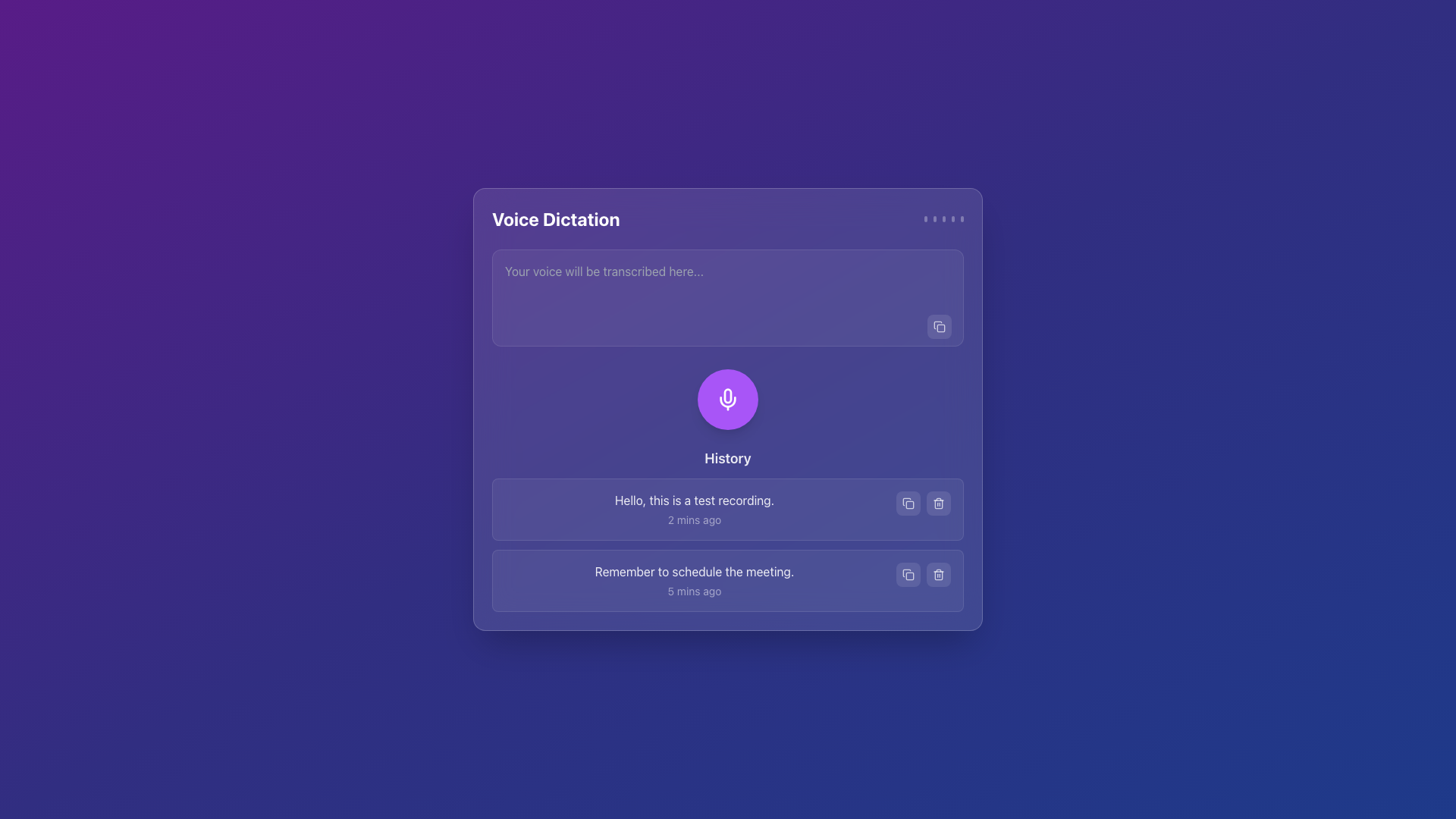  Describe the element at coordinates (694, 580) in the screenshot. I see `the informational text block displaying the message 'Remember to schedule the meeting.' and the timestamp '5 mins ago', located in the lower section of the main interface under the 'History' section as the second entry` at that location.